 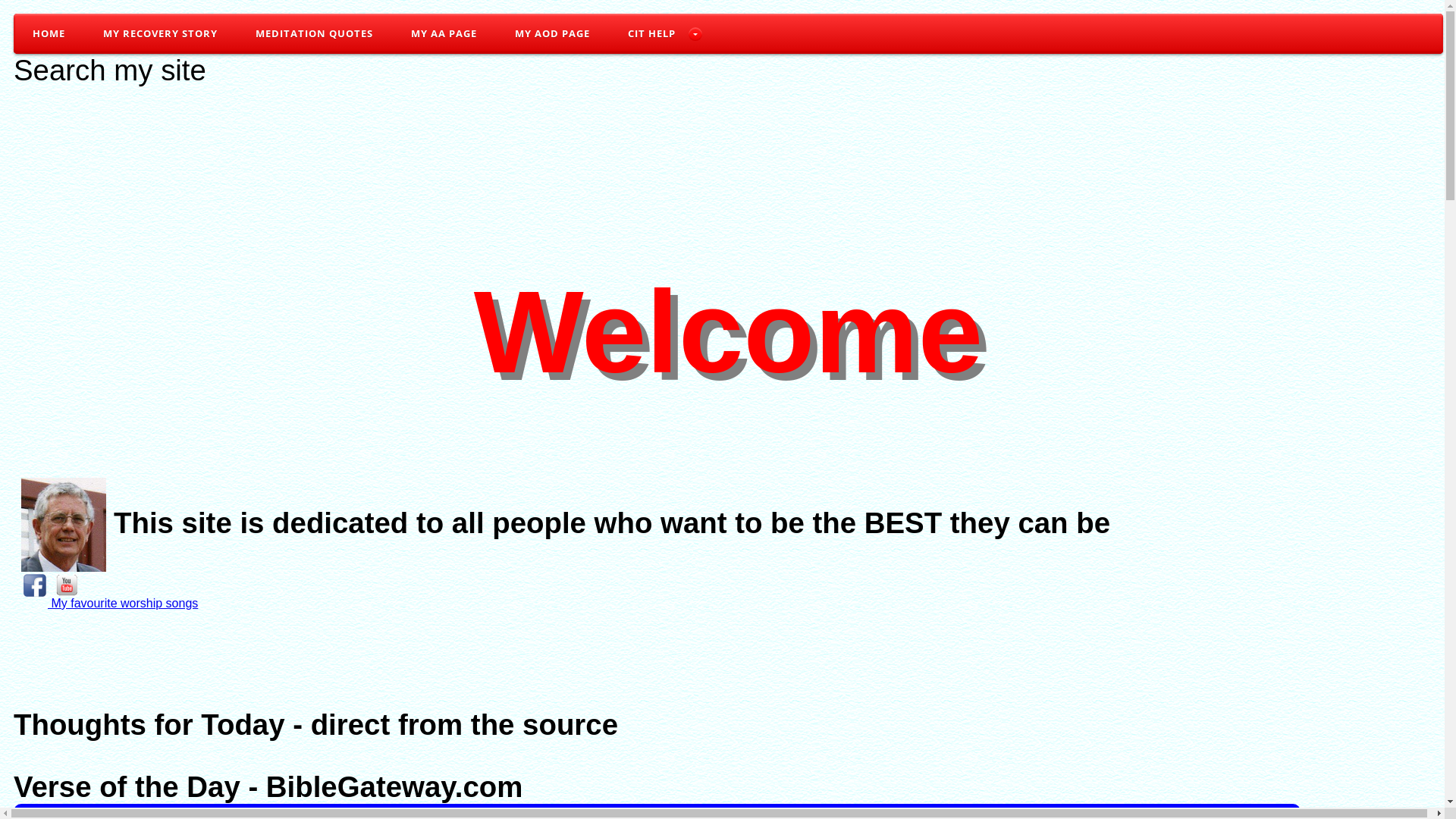 What do you see at coordinates (83, 33) in the screenshot?
I see `'MY RECOVERY STORY'` at bounding box center [83, 33].